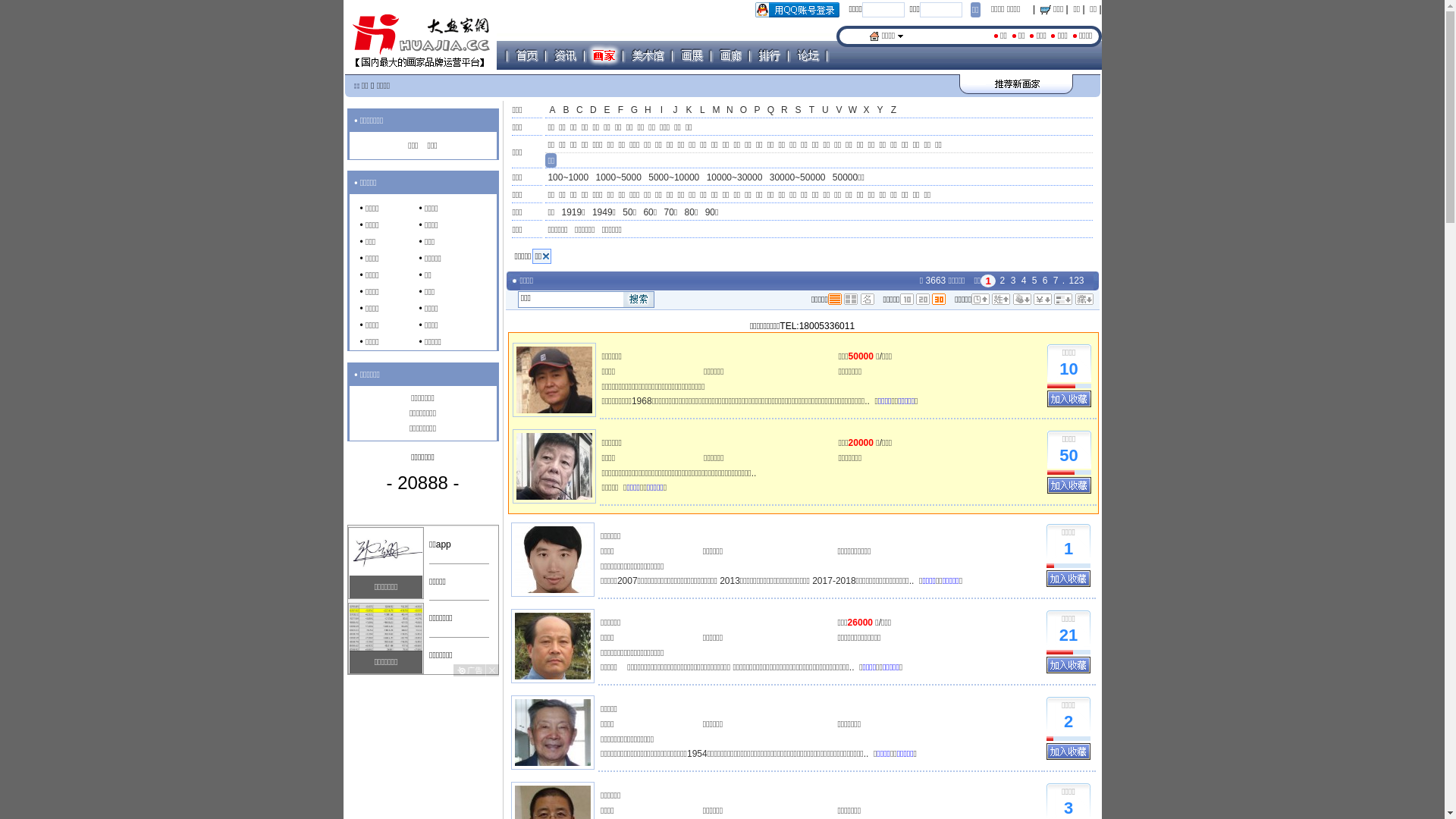 This screenshot has width=1456, height=819. What do you see at coordinates (1013, 281) in the screenshot?
I see `'3'` at bounding box center [1013, 281].